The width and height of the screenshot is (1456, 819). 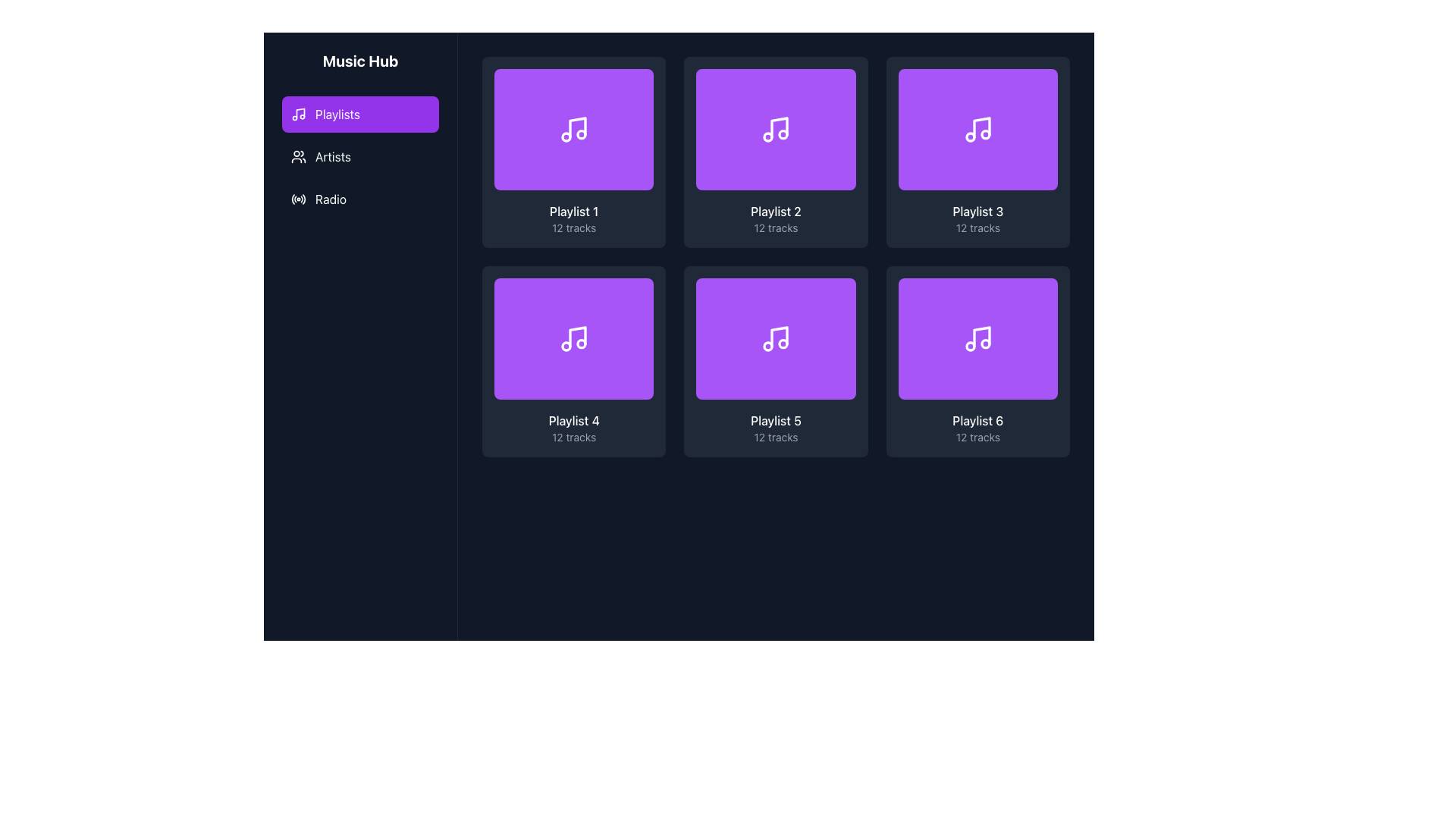 What do you see at coordinates (981, 336) in the screenshot?
I see `the stylized musical note vector graphic inside the 'Playlist 6' card, which is located in the lower-right corner of the grid` at bounding box center [981, 336].